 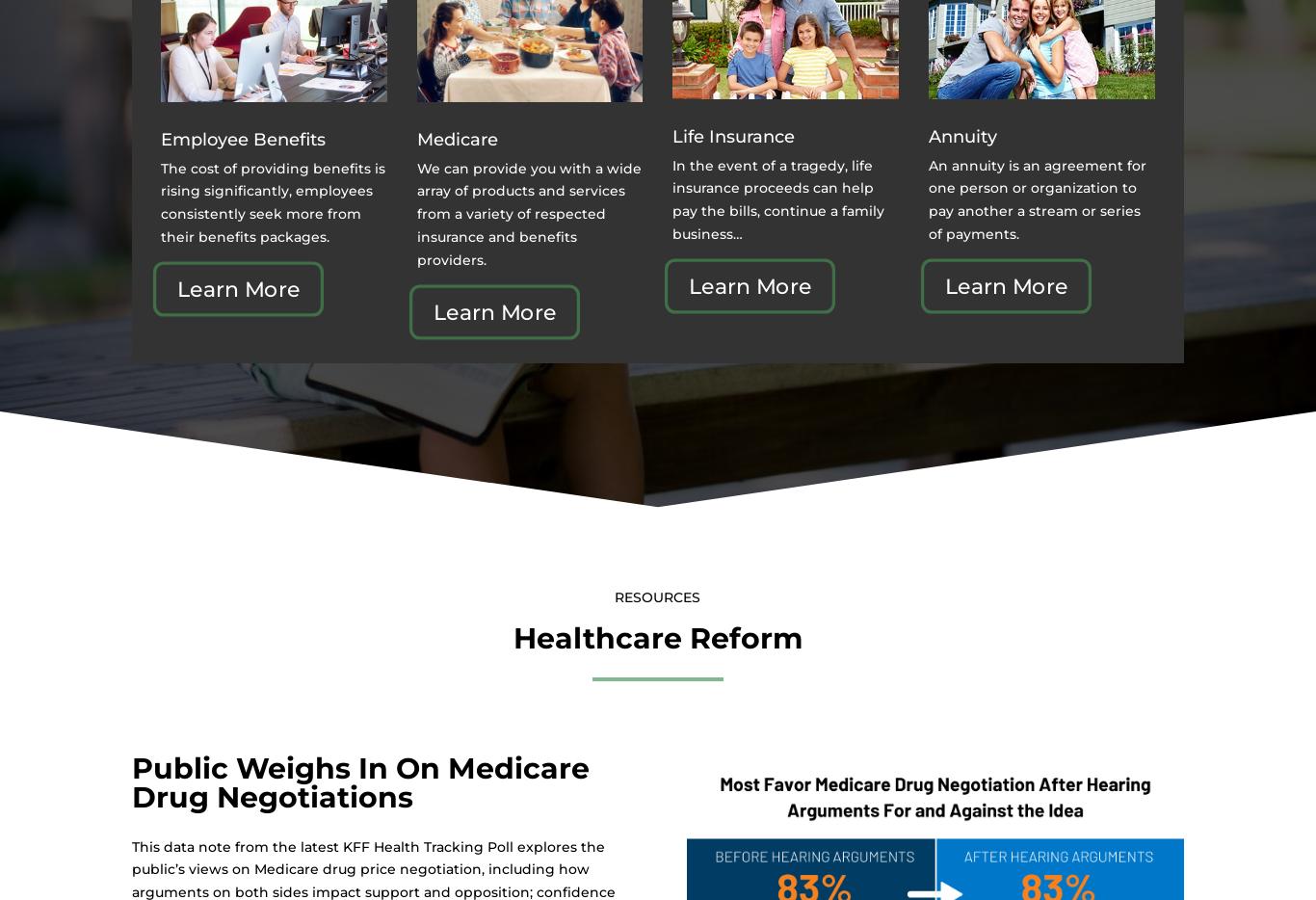 What do you see at coordinates (733, 136) in the screenshot?
I see `'Life Insurance'` at bounding box center [733, 136].